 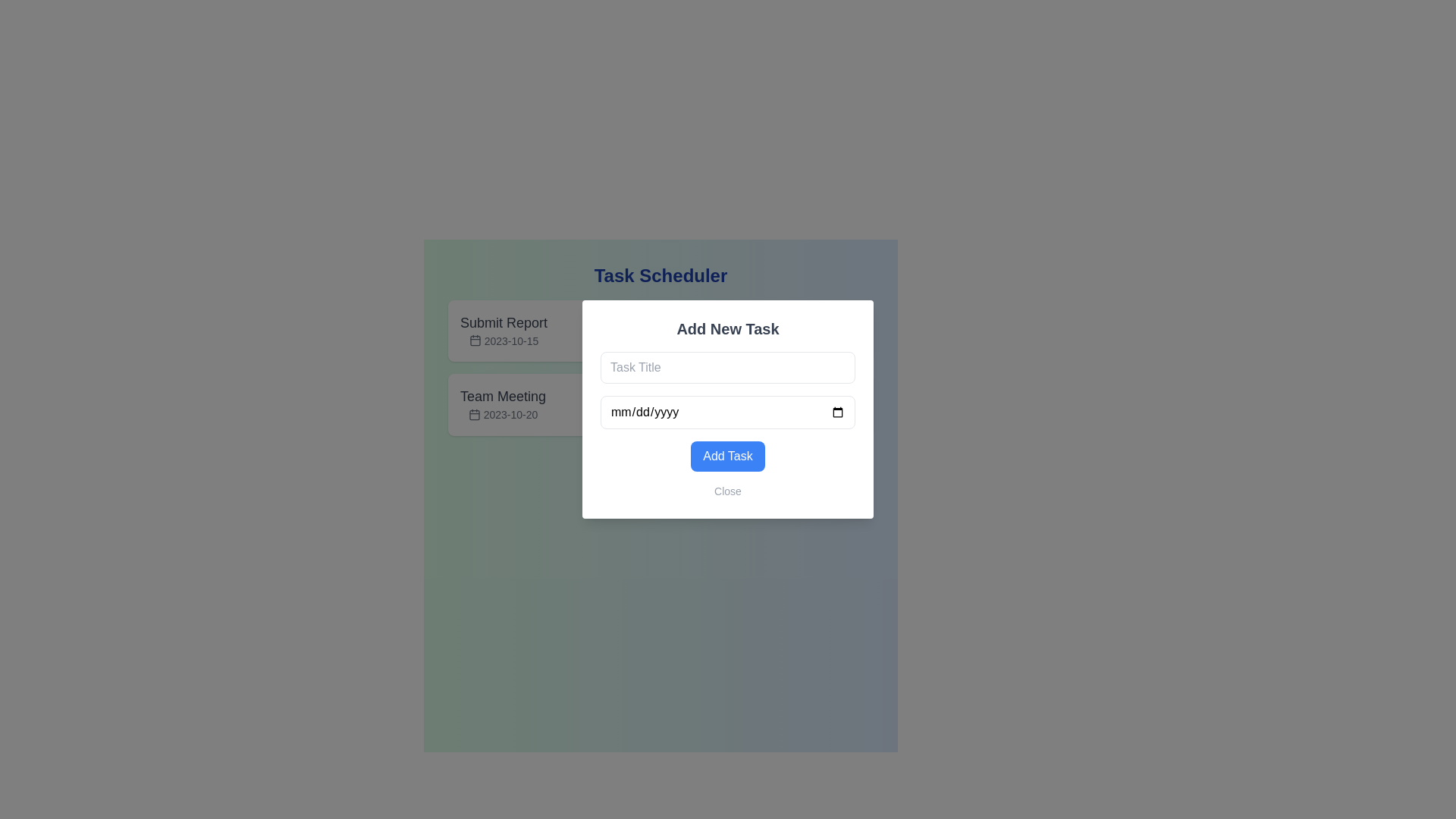 I want to click on the small calendar icon located to the left of the text '2023-10-20' in the task labeled 'Team Meeting', so click(x=473, y=414).